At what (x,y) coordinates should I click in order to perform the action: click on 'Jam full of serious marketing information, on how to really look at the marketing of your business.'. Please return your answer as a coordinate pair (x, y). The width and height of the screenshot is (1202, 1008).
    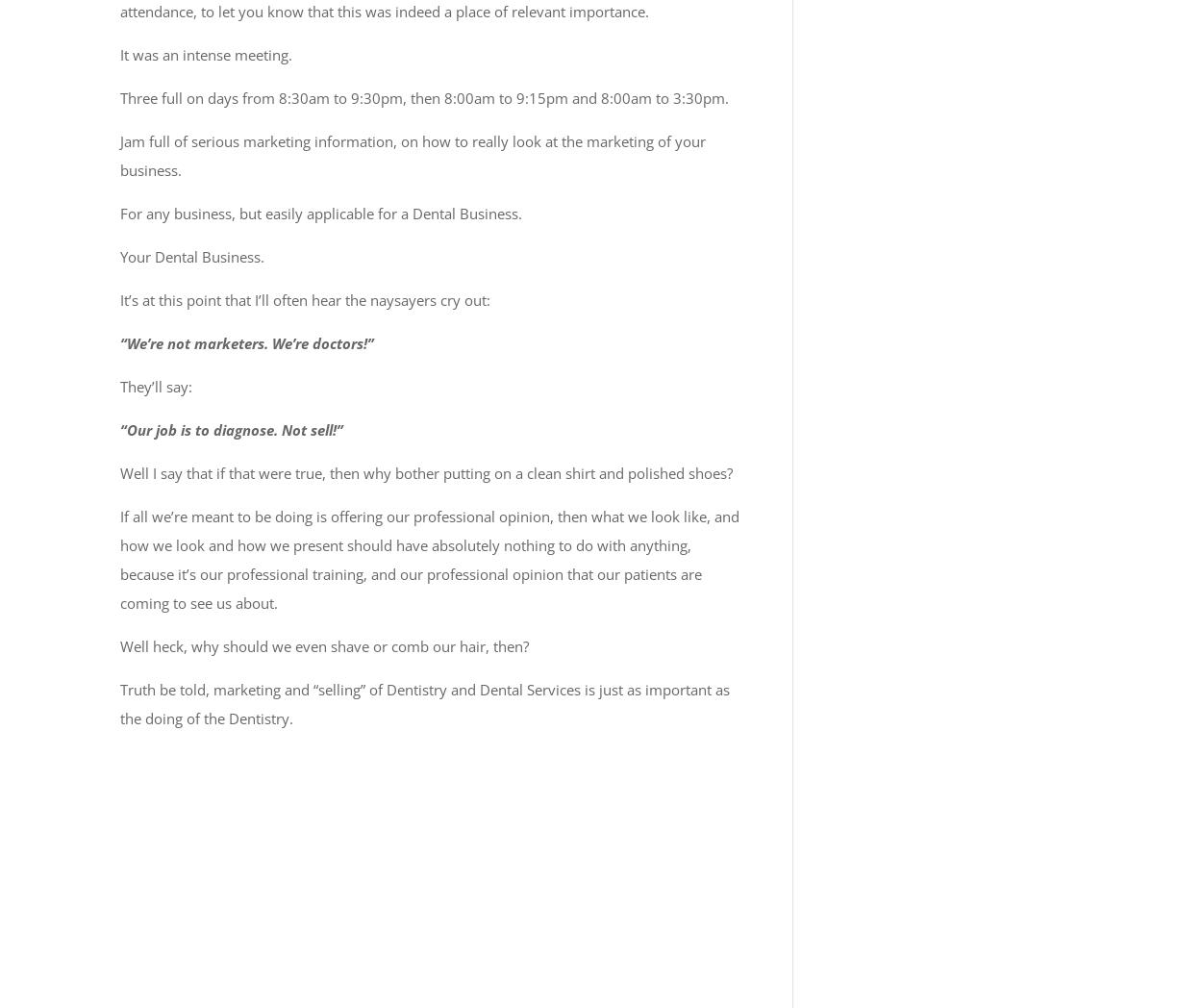
    Looking at the image, I should click on (413, 156).